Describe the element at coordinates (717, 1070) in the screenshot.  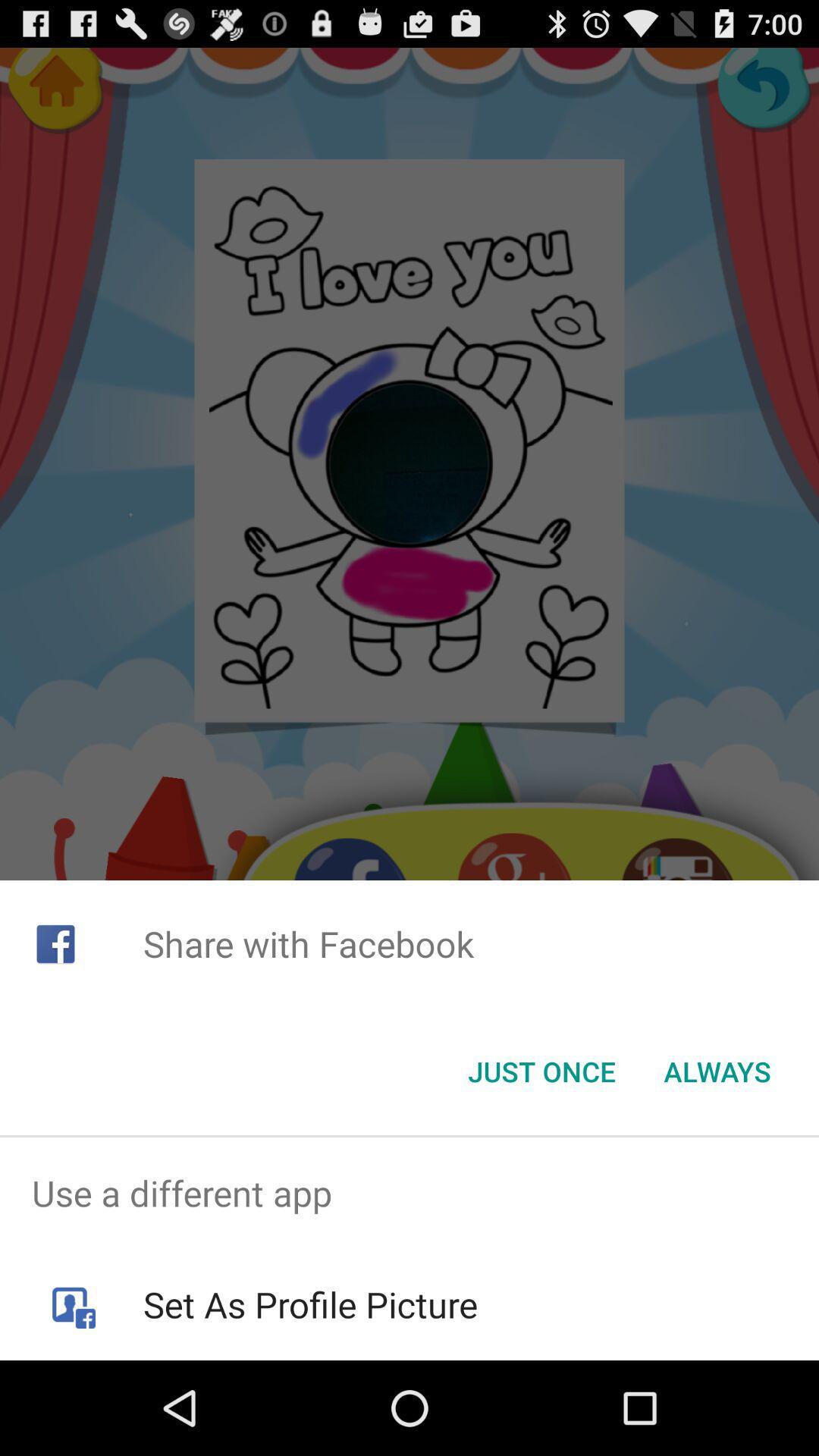
I see `the item at the bottom right corner` at that location.